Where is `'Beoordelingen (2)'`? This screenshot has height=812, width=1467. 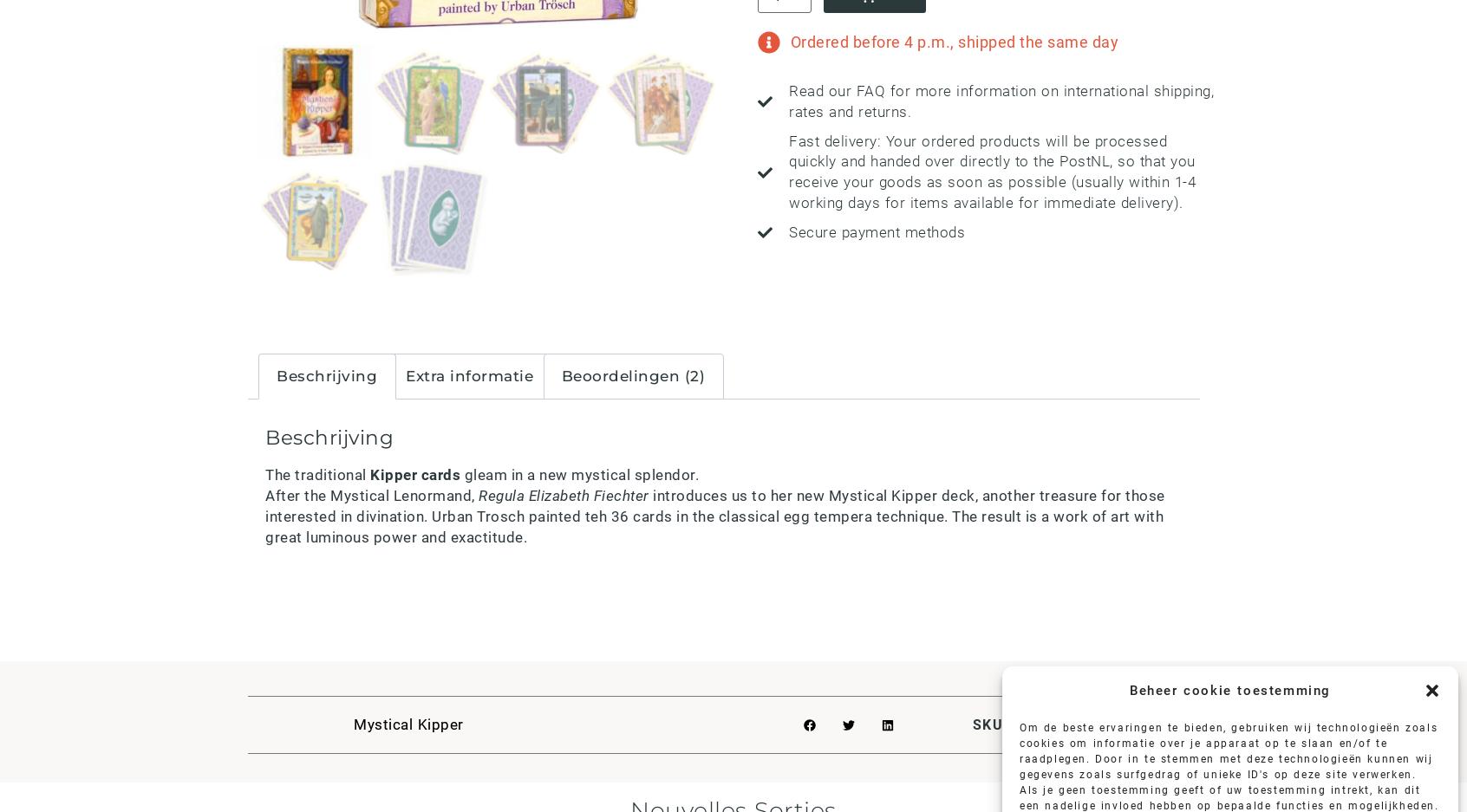
'Beoordelingen (2)' is located at coordinates (631, 374).